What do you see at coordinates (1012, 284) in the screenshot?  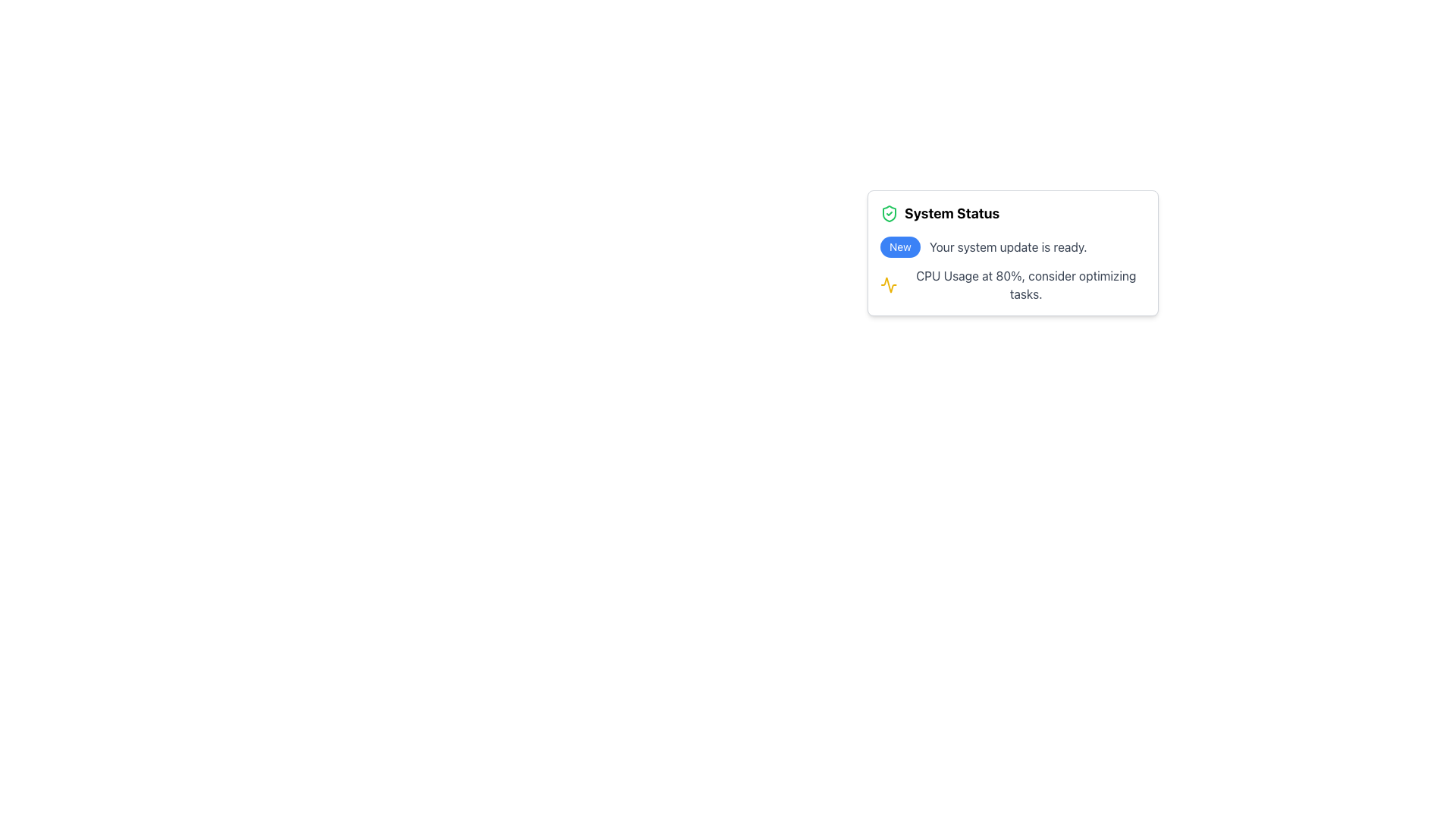 I see `message of the second notification item under the 'System Status' heading, which indicates 'CPU Usage at 80%, consider optimizing tasks.'` at bounding box center [1012, 284].